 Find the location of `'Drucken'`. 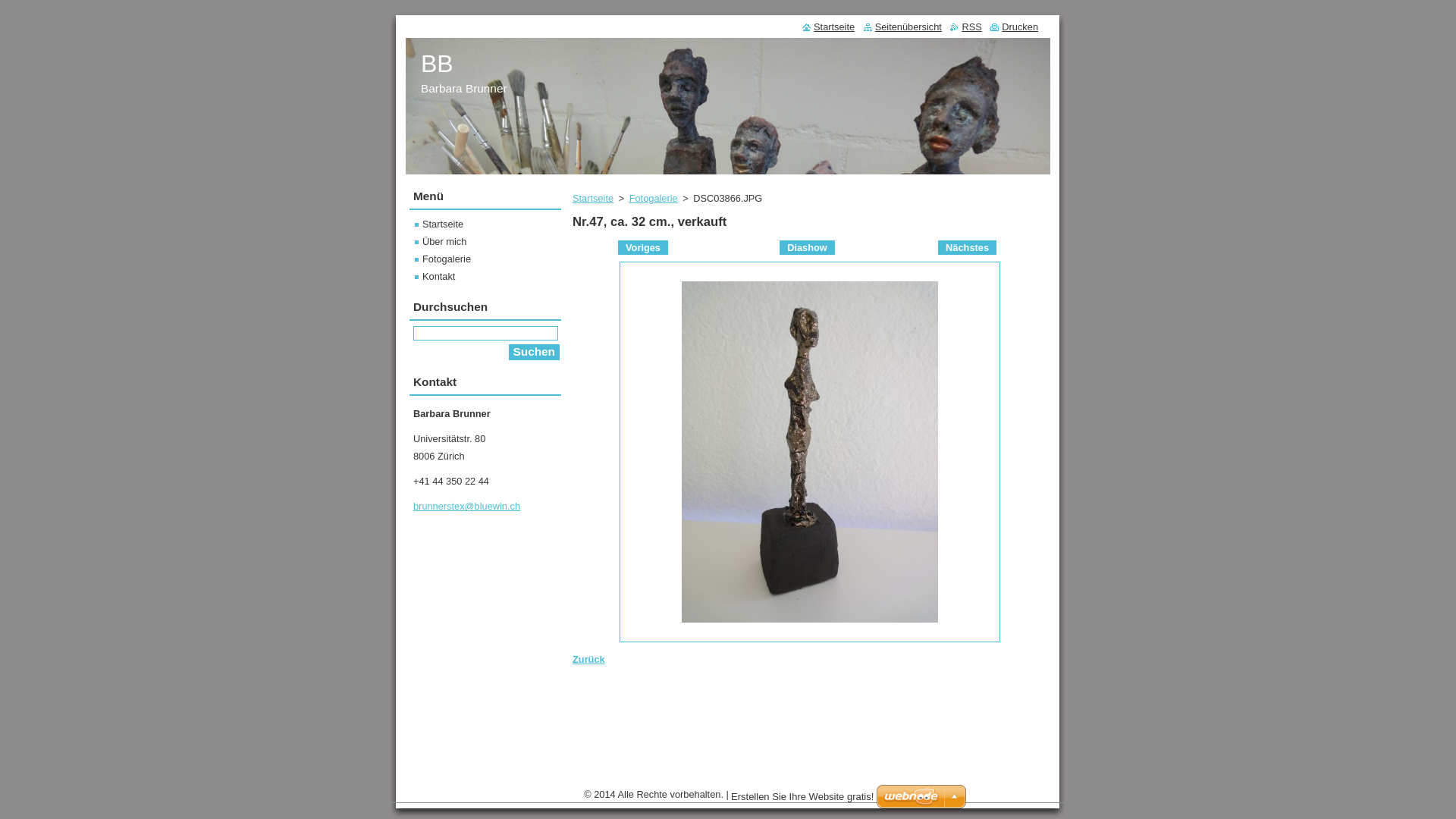

'Drucken' is located at coordinates (1014, 27).